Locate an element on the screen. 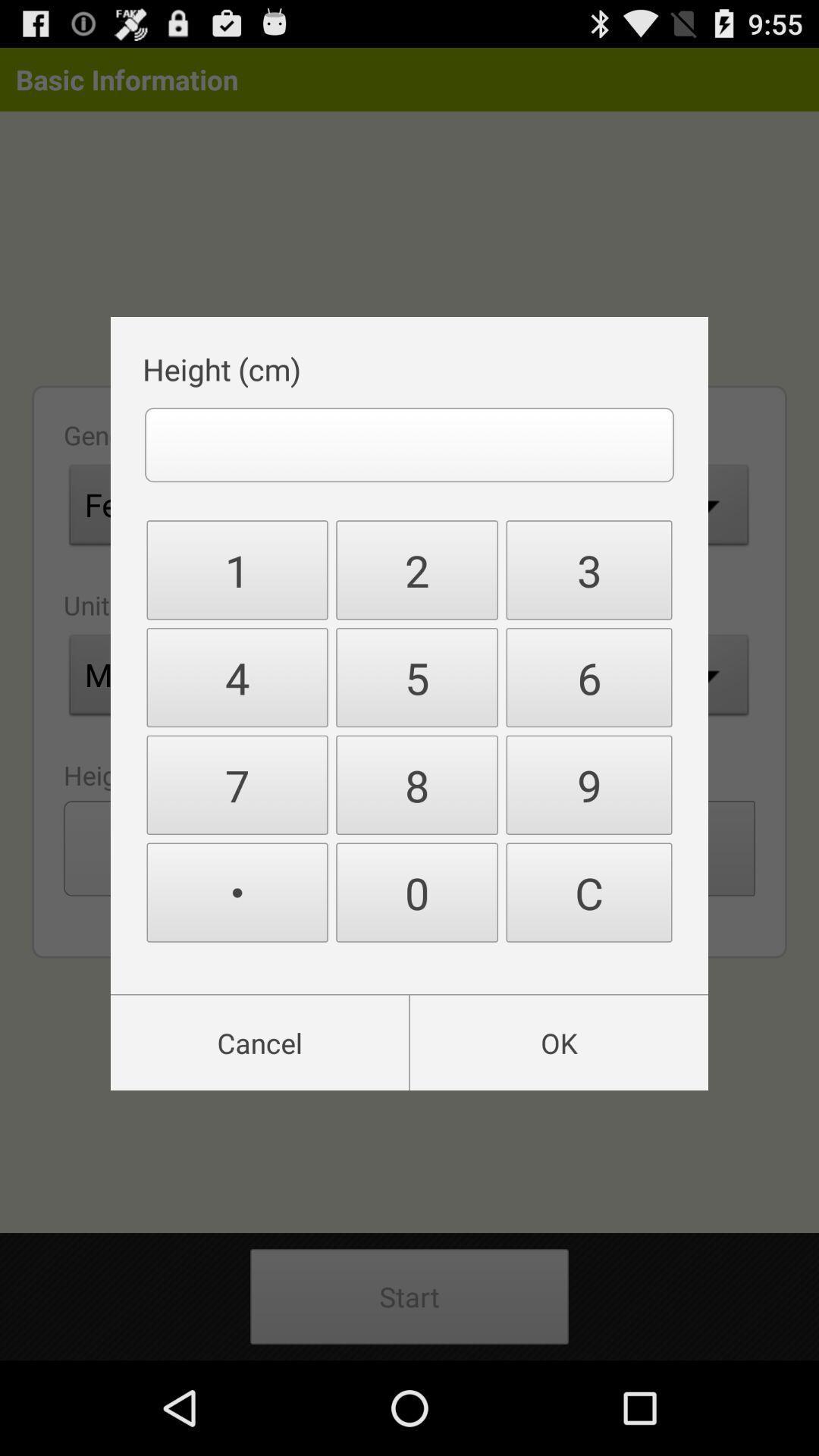 This screenshot has height=1456, width=819. 5 button is located at coordinates (417, 676).